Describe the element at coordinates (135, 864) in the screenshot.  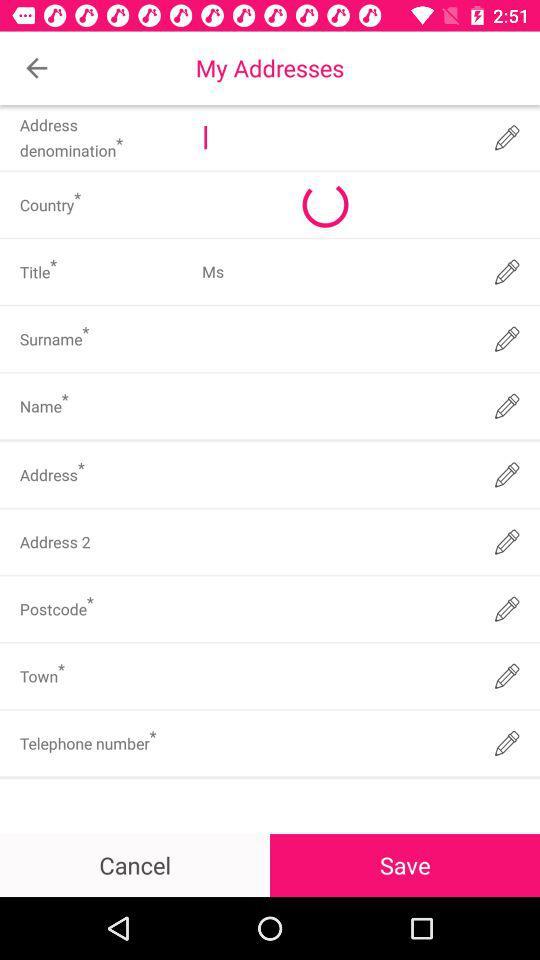
I see `icon to the left of save` at that location.